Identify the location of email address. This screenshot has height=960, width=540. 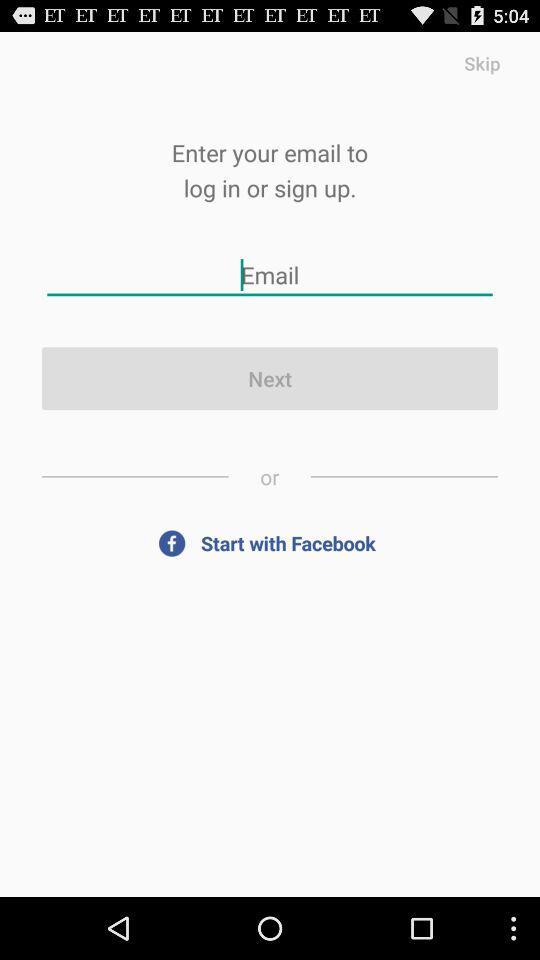
(270, 274).